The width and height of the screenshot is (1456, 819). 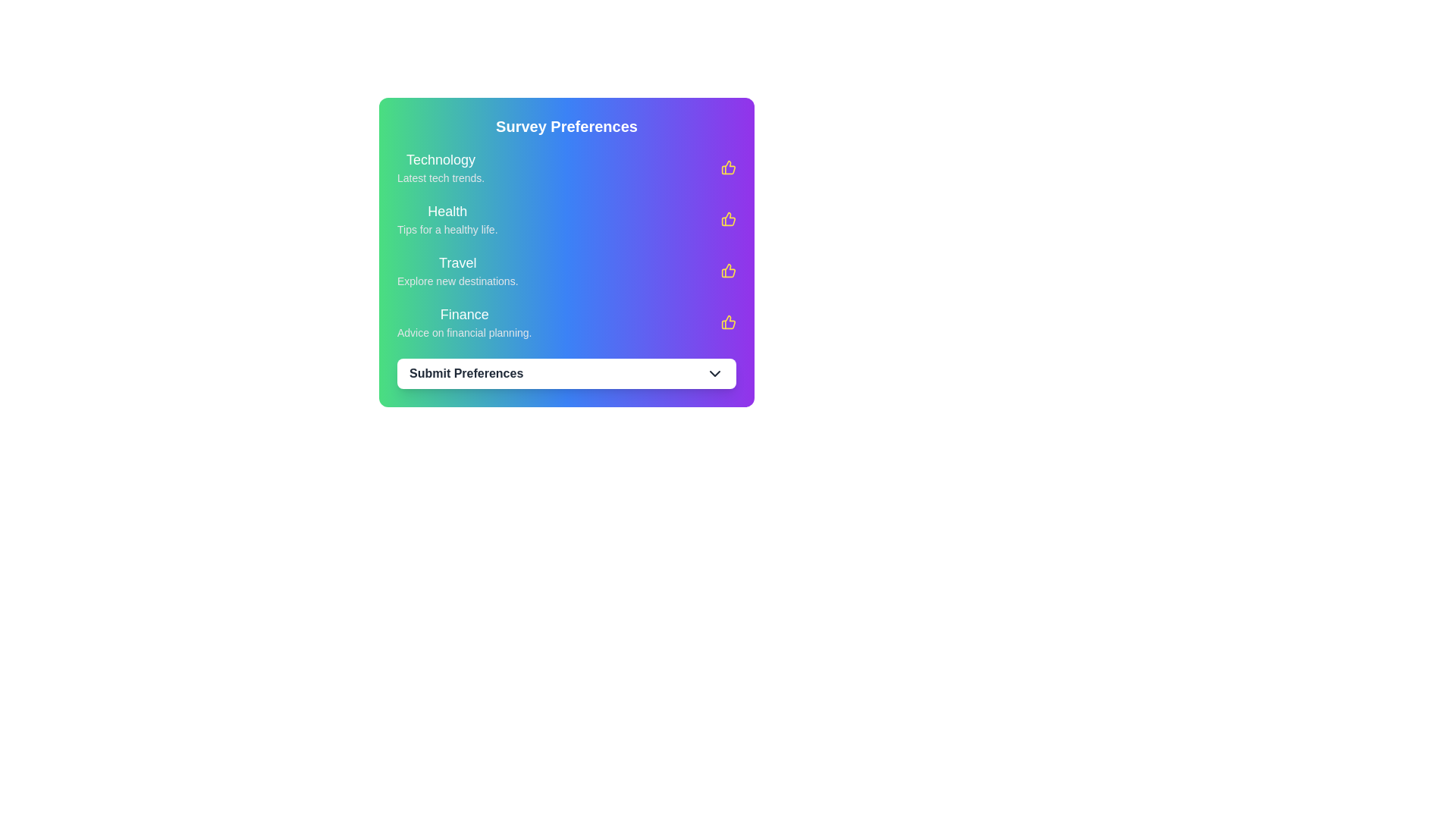 What do you see at coordinates (716, 321) in the screenshot?
I see `the fourth thumbs-up icon aligned to the right of the 'Finance' section` at bounding box center [716, 321].